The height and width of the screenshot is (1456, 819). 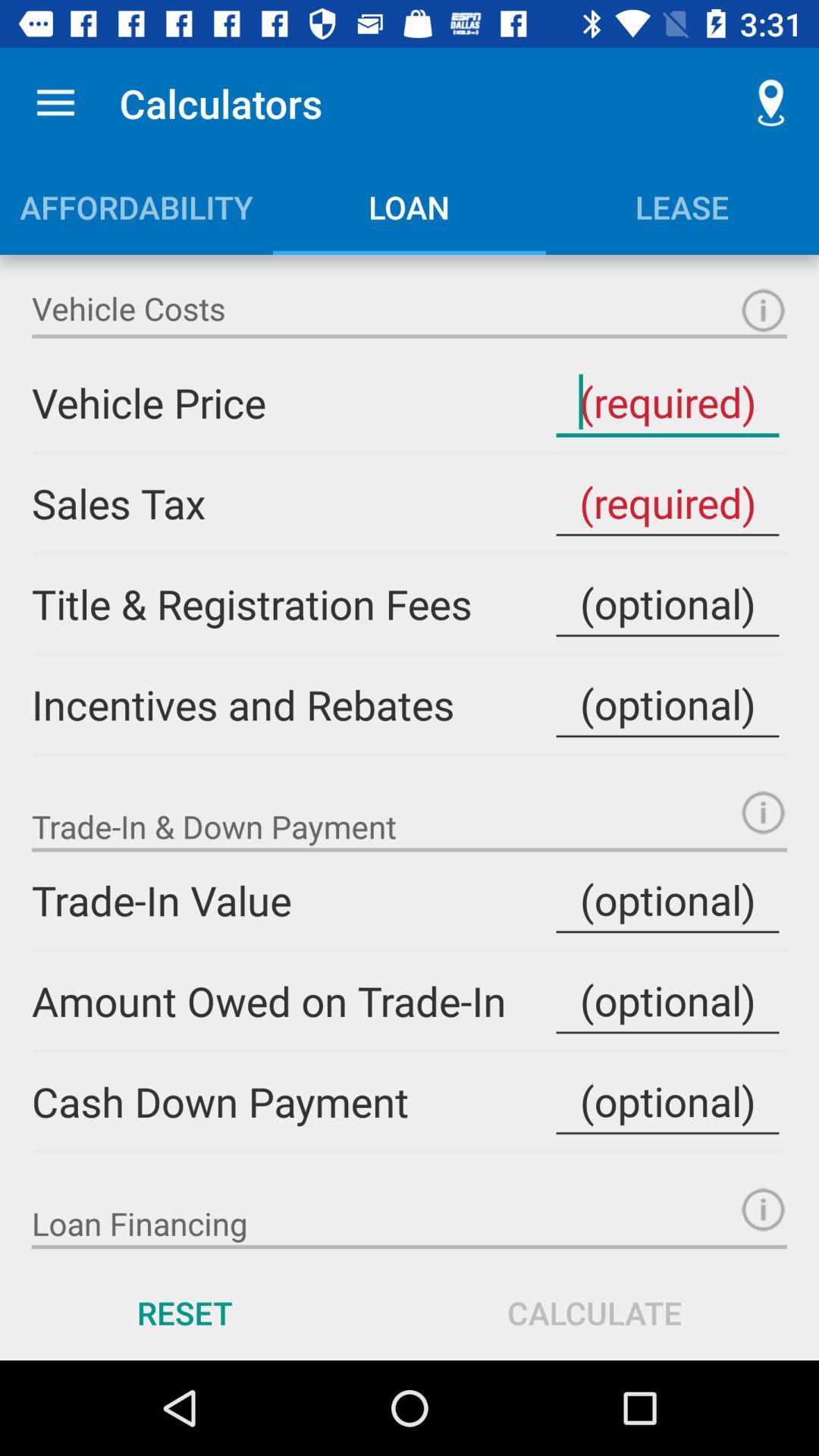 I want to click on vehicle price, so click(x=667, y=403).